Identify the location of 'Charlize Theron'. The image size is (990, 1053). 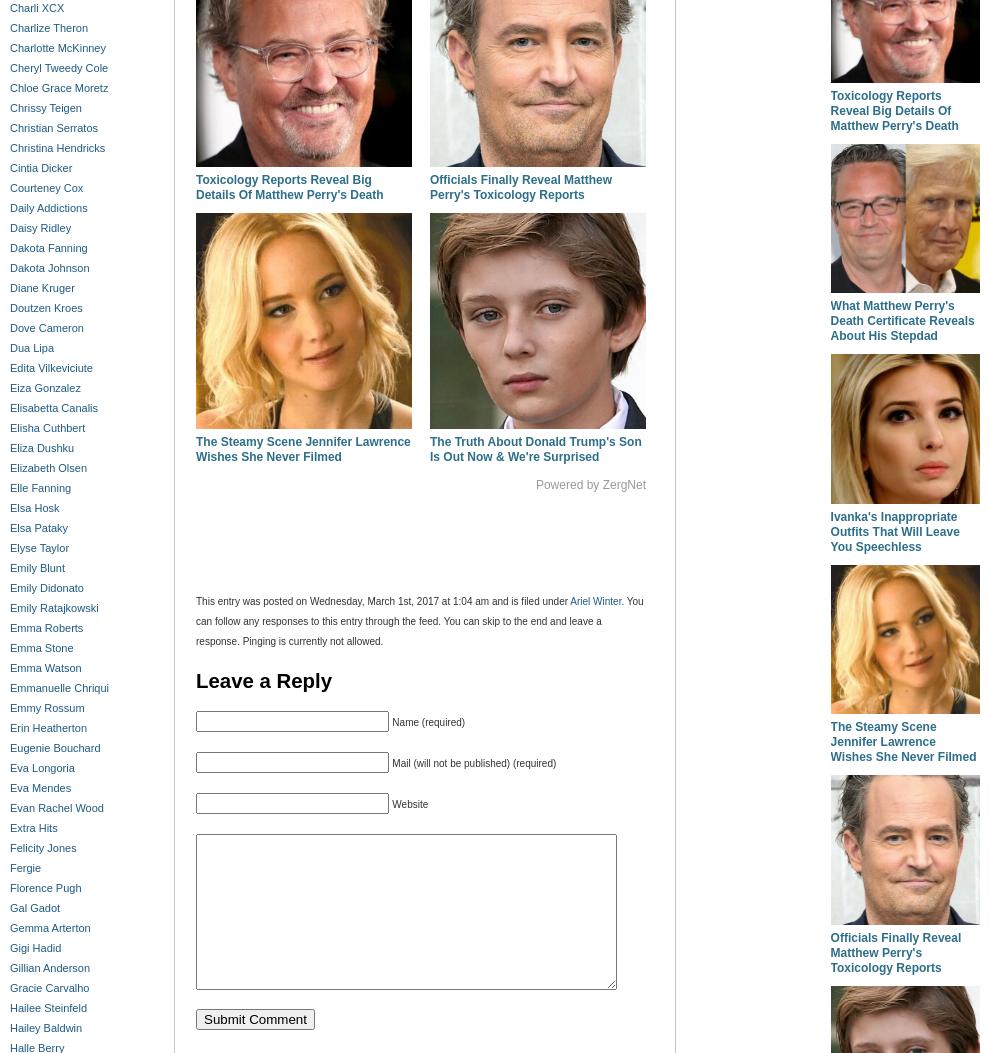
(48, 28).